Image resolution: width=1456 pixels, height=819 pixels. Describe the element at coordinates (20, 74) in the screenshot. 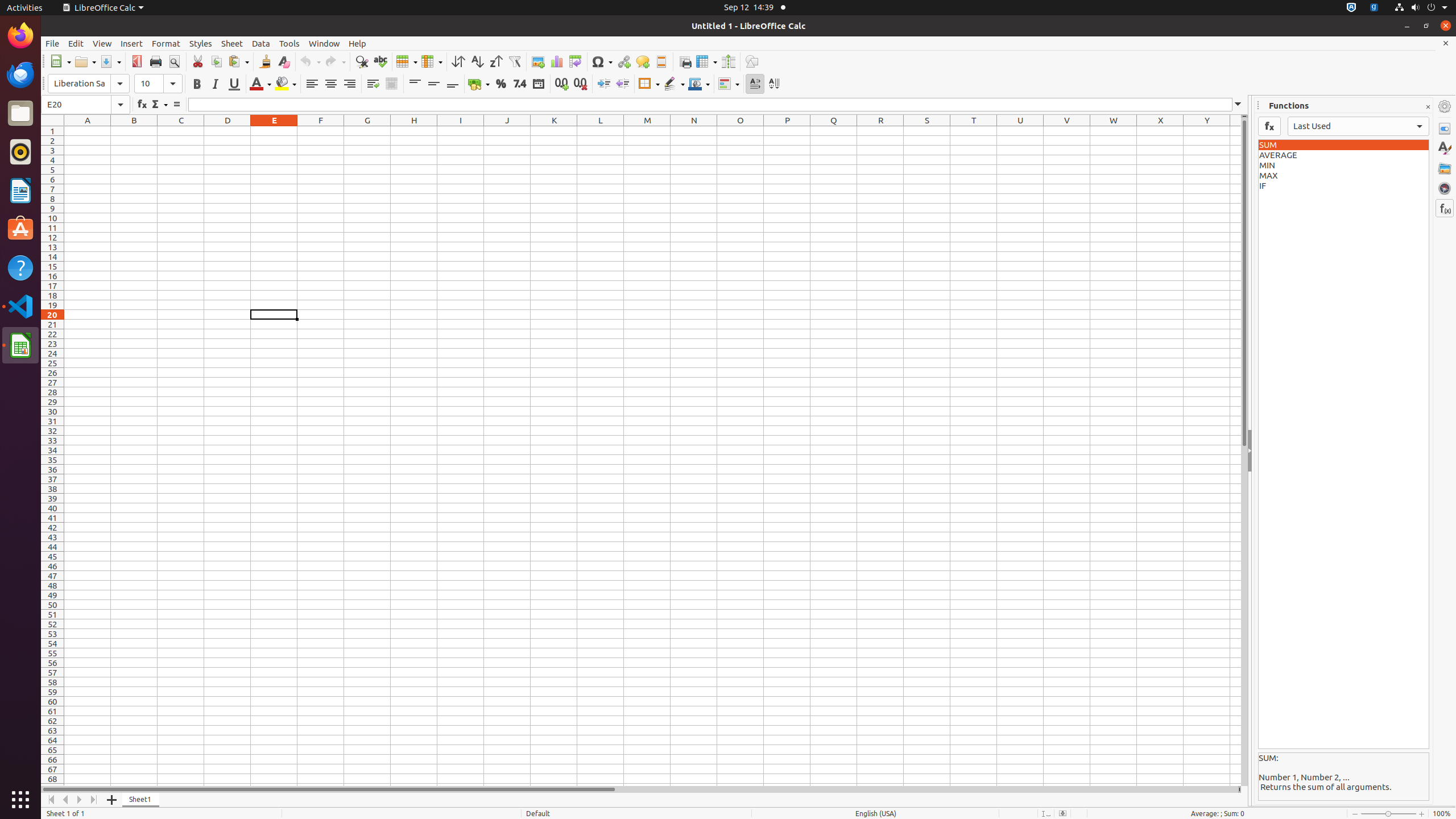

I see `'Thunderbird Mail'` at that location.